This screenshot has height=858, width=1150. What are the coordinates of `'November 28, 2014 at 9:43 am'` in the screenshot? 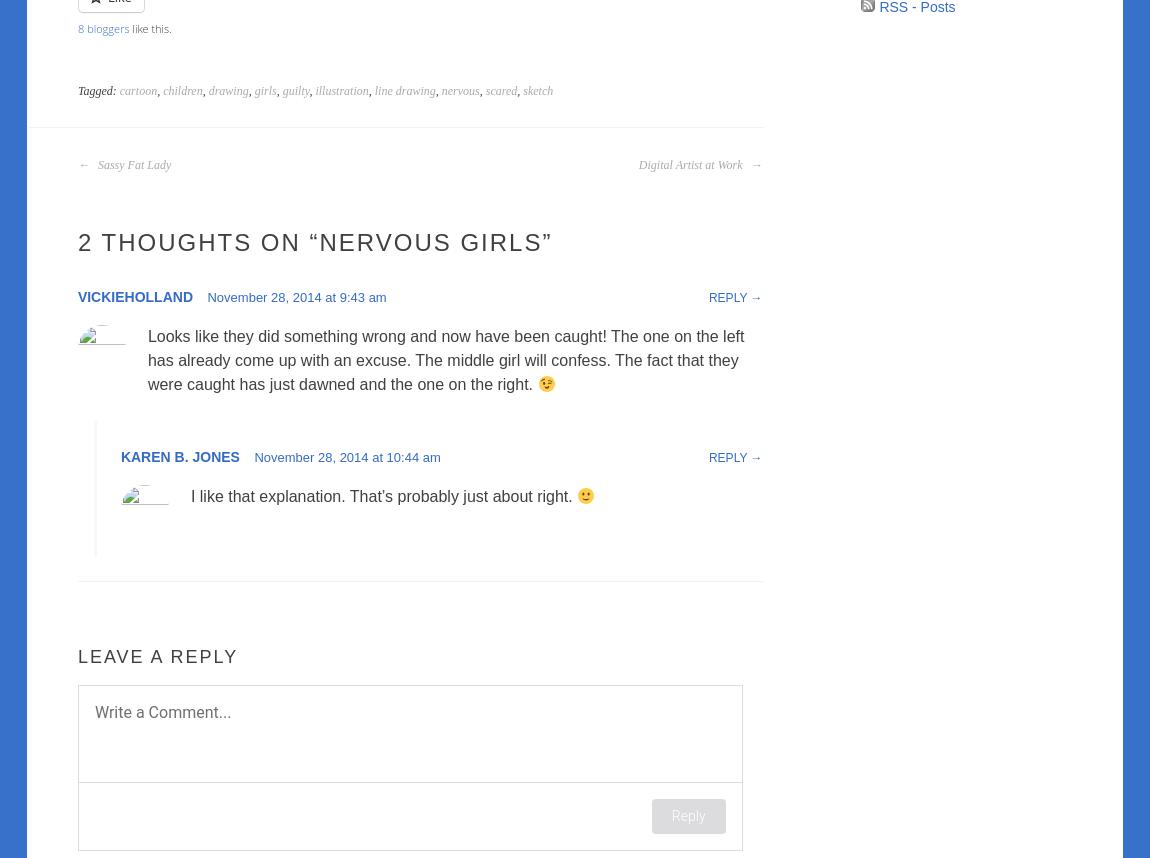 It's located at (296, 297).